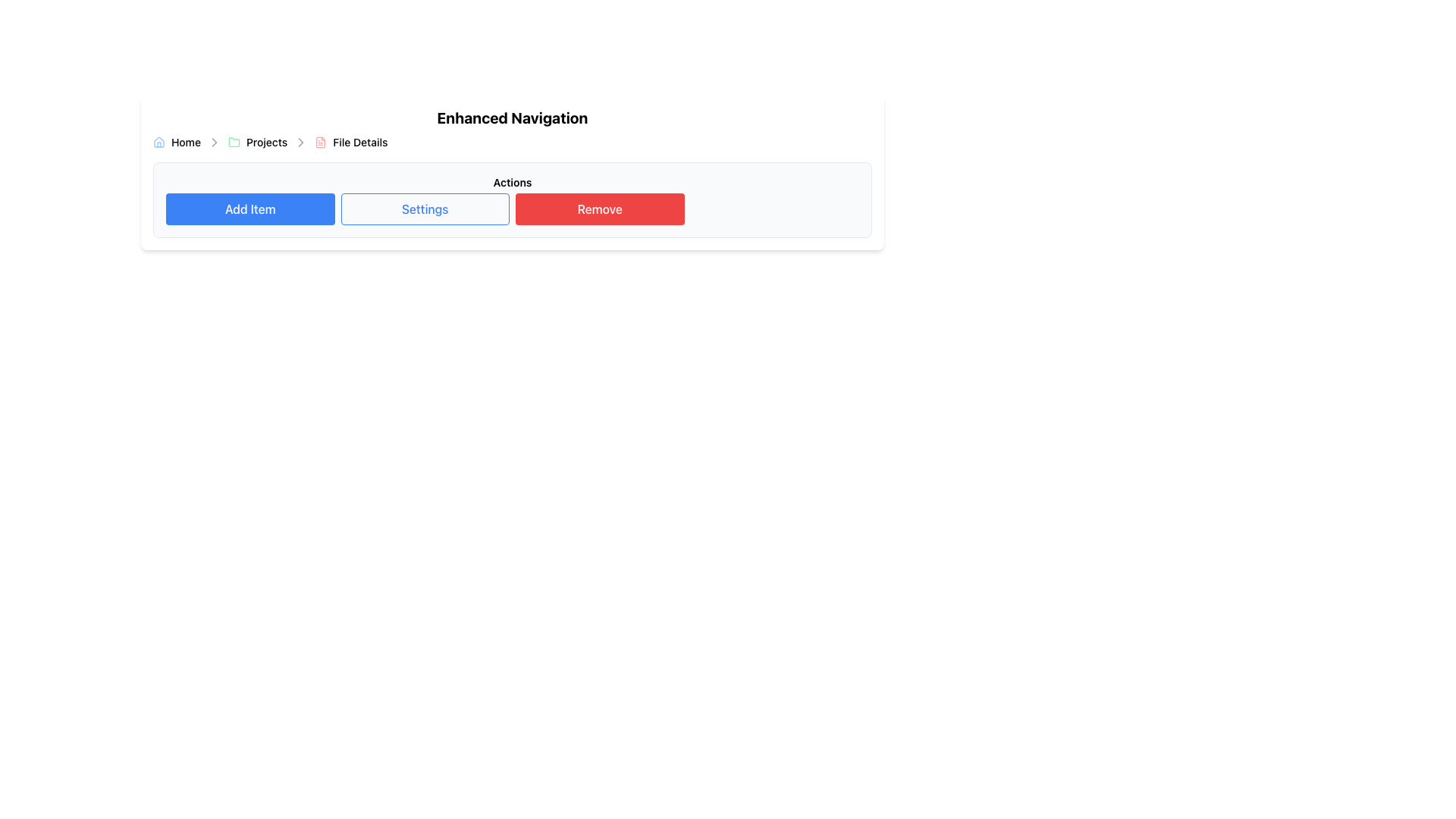 Image resolution: width=1456 pixels, height=819 pixels. Describe the element at coordinates (267, 143) in the screenshot. I see `the text label displaying 'Projects' in the navigation breadcrumb bar, which is positioned between a folder-shaped icon and another navigation component` at that location.